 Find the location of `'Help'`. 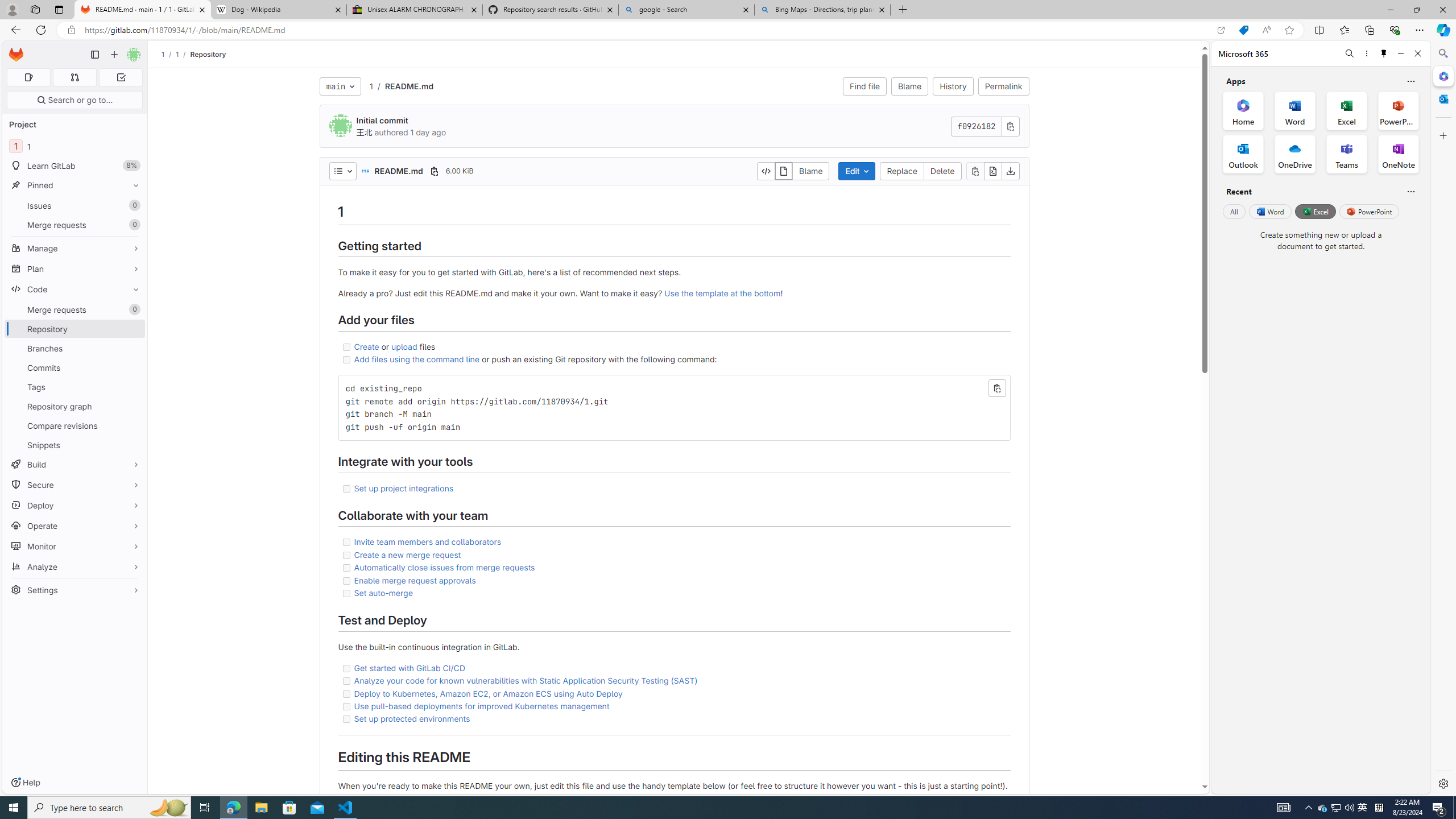

'Help' is located at coordinates (25, 781).